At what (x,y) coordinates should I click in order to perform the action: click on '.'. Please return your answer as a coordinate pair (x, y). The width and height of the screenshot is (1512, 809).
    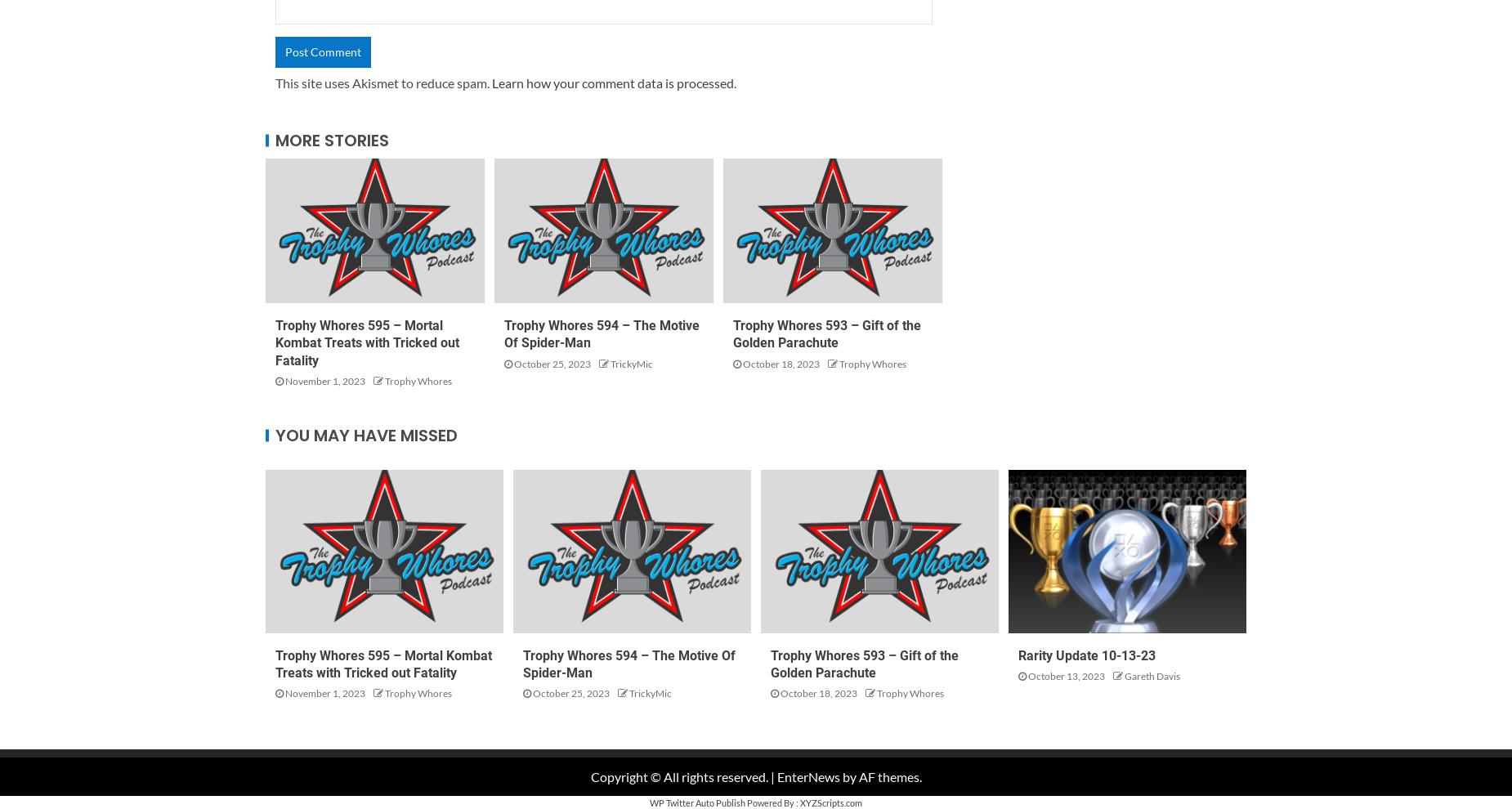
    Looking at the image, I should click on (735, 81).